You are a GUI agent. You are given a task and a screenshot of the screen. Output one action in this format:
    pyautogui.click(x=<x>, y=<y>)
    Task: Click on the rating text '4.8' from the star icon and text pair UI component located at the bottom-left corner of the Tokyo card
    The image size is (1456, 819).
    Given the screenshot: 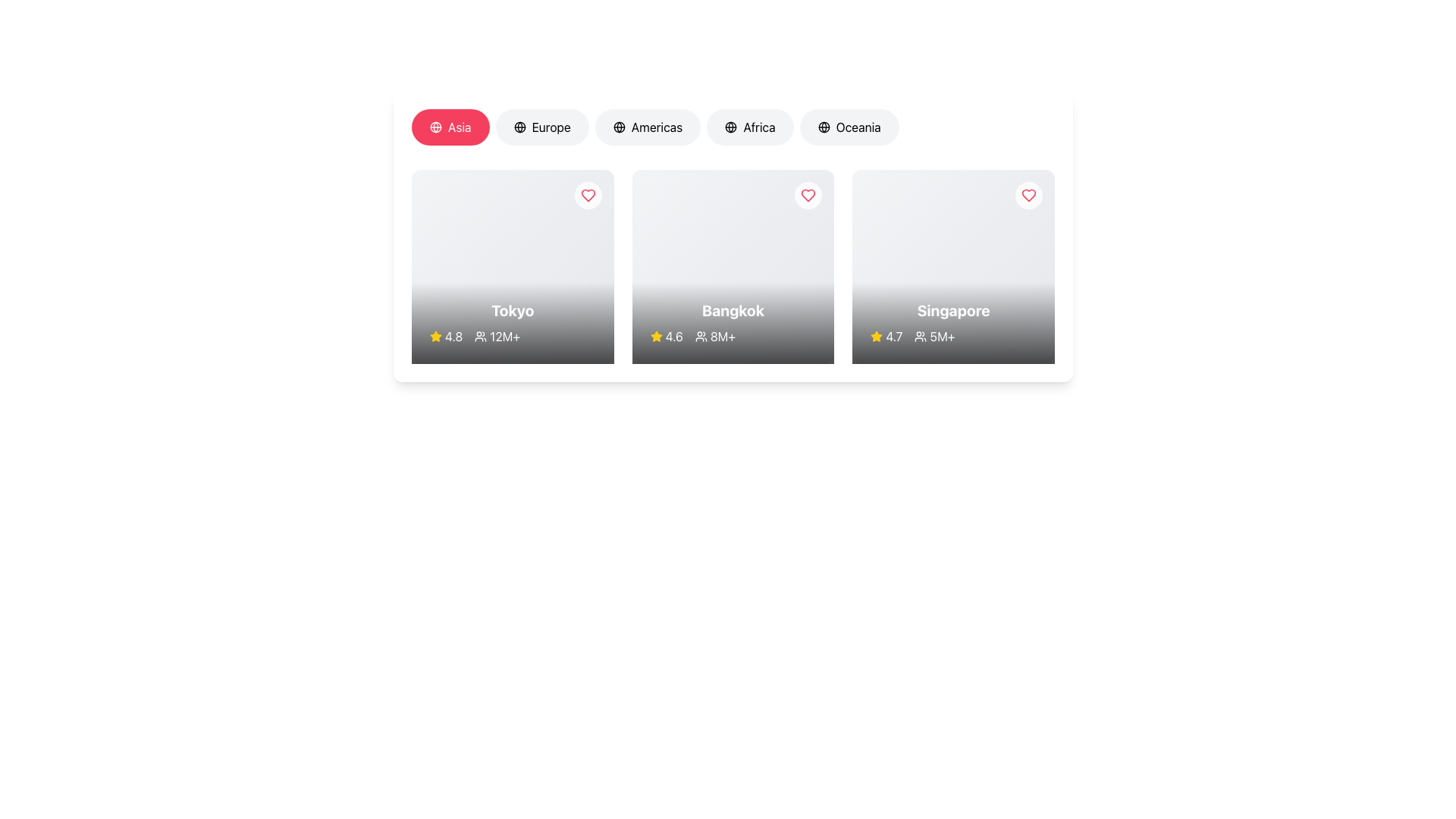 What is the action you would take?
    pyautogui.click(x=445, y=335)
    